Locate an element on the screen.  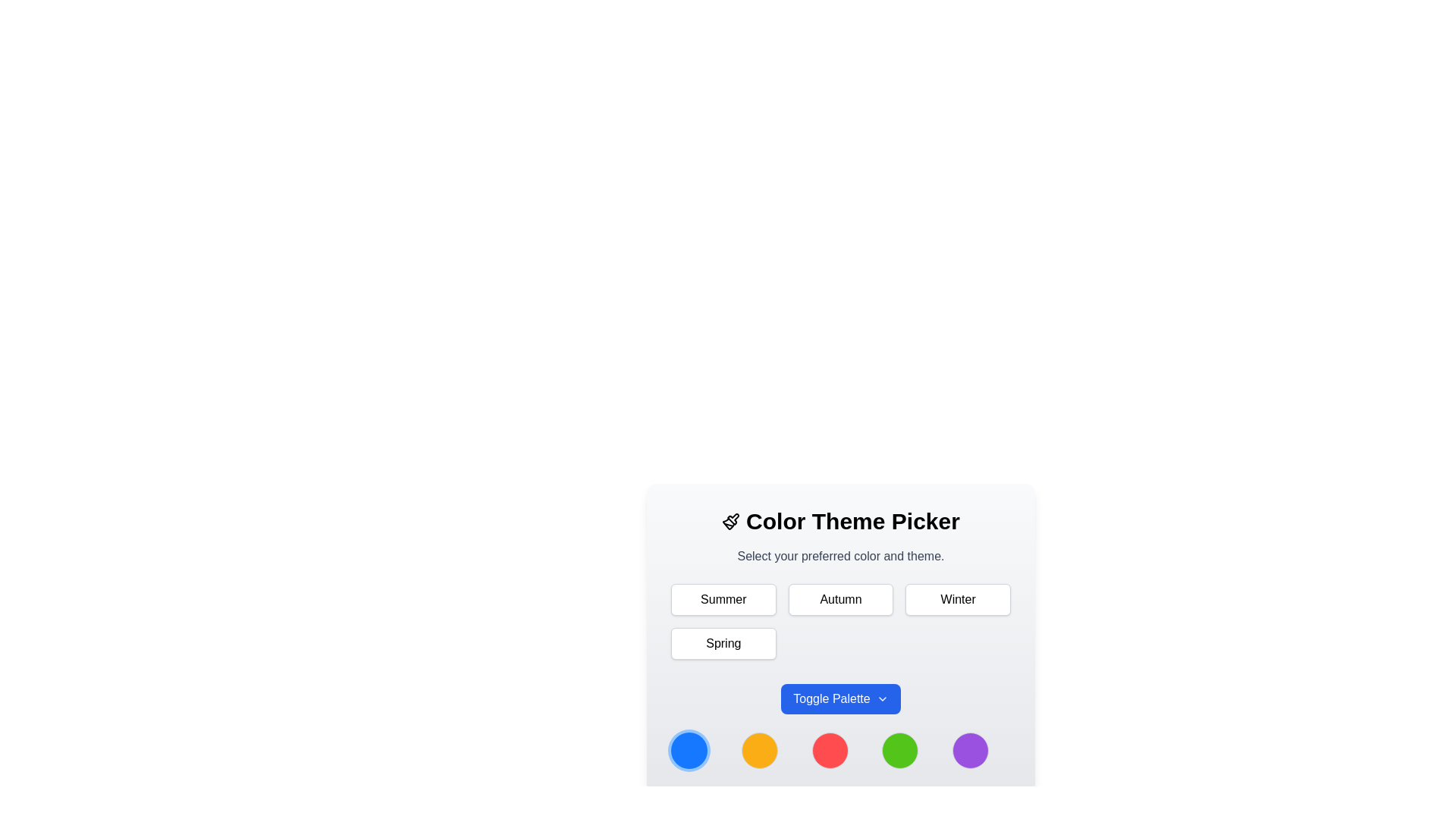
the static text label that reads 'Select your preferred color and theme.' which is styled in gray color and centered below the title 'Color Theme Picker' is located at coordinates (839, 556).